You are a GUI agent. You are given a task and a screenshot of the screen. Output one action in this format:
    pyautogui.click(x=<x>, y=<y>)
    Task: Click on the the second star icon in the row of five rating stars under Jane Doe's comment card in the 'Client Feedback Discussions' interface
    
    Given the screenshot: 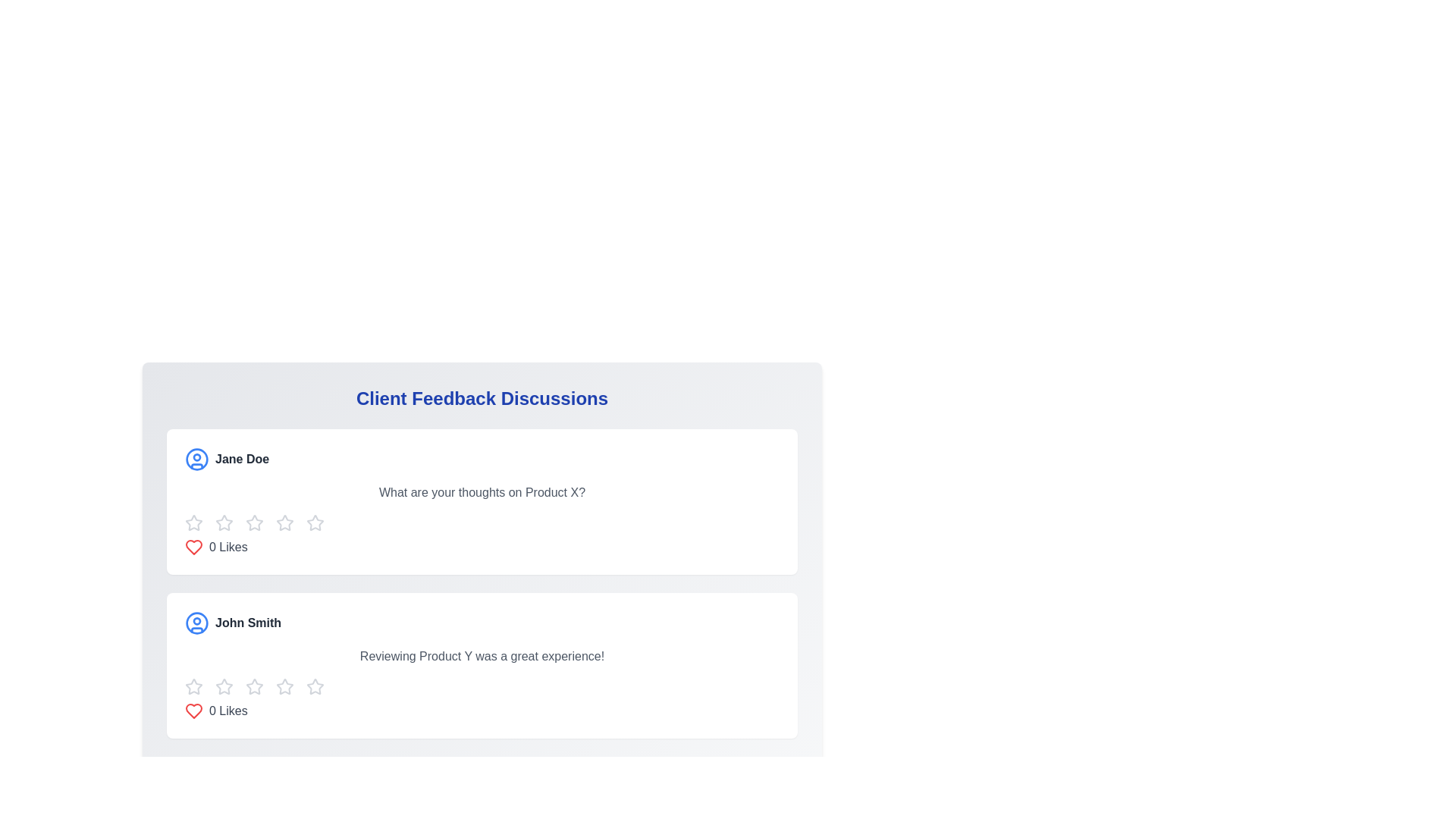 What is the action you would take?
    pyautogui.click(x=284, y=522)
    